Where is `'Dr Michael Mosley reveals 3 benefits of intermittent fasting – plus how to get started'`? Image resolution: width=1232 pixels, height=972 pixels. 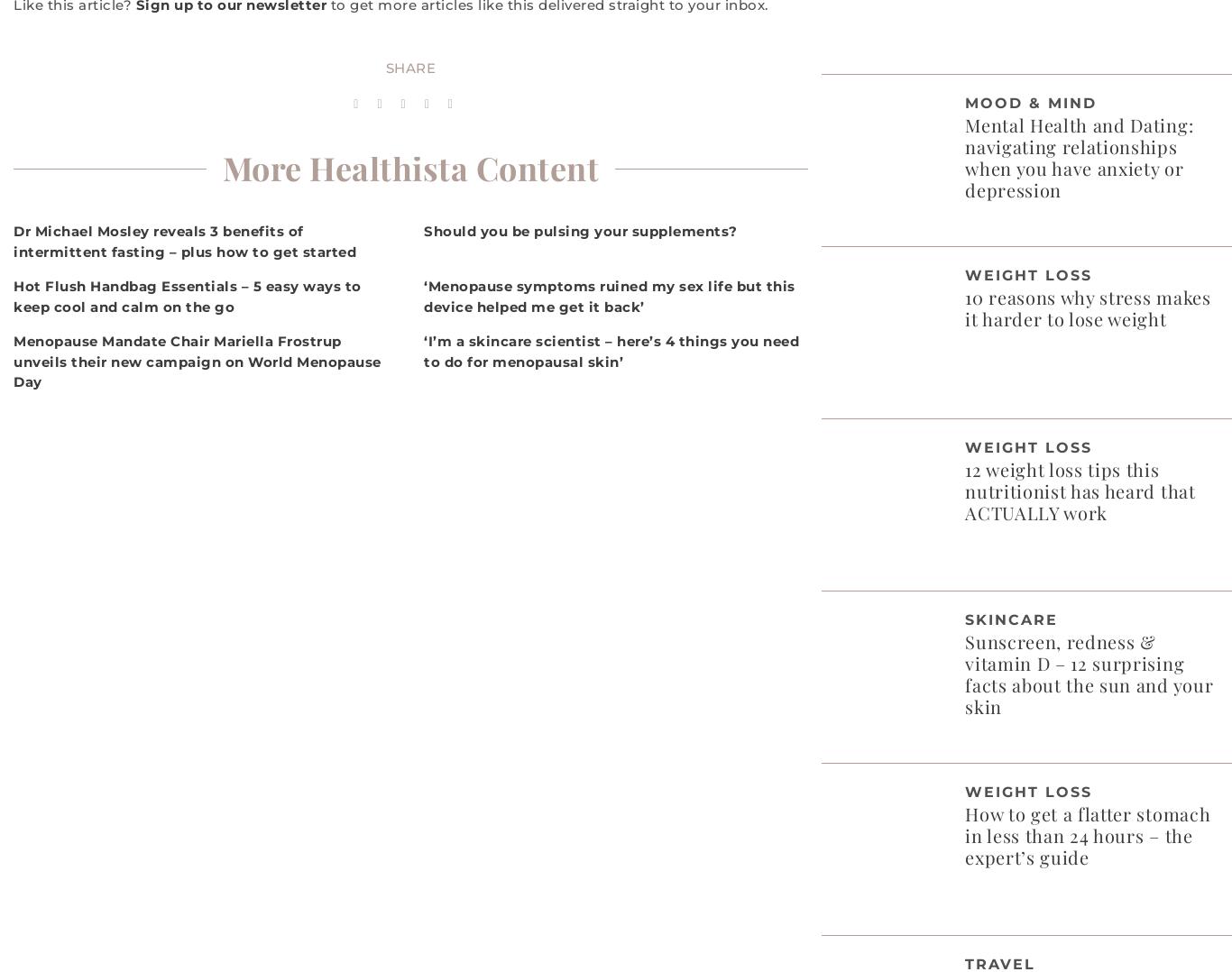 'Dr Michael Mosley reveals 3 benefits of intermittent fasting – plus how to get started' is located at coordinates (184, 240).